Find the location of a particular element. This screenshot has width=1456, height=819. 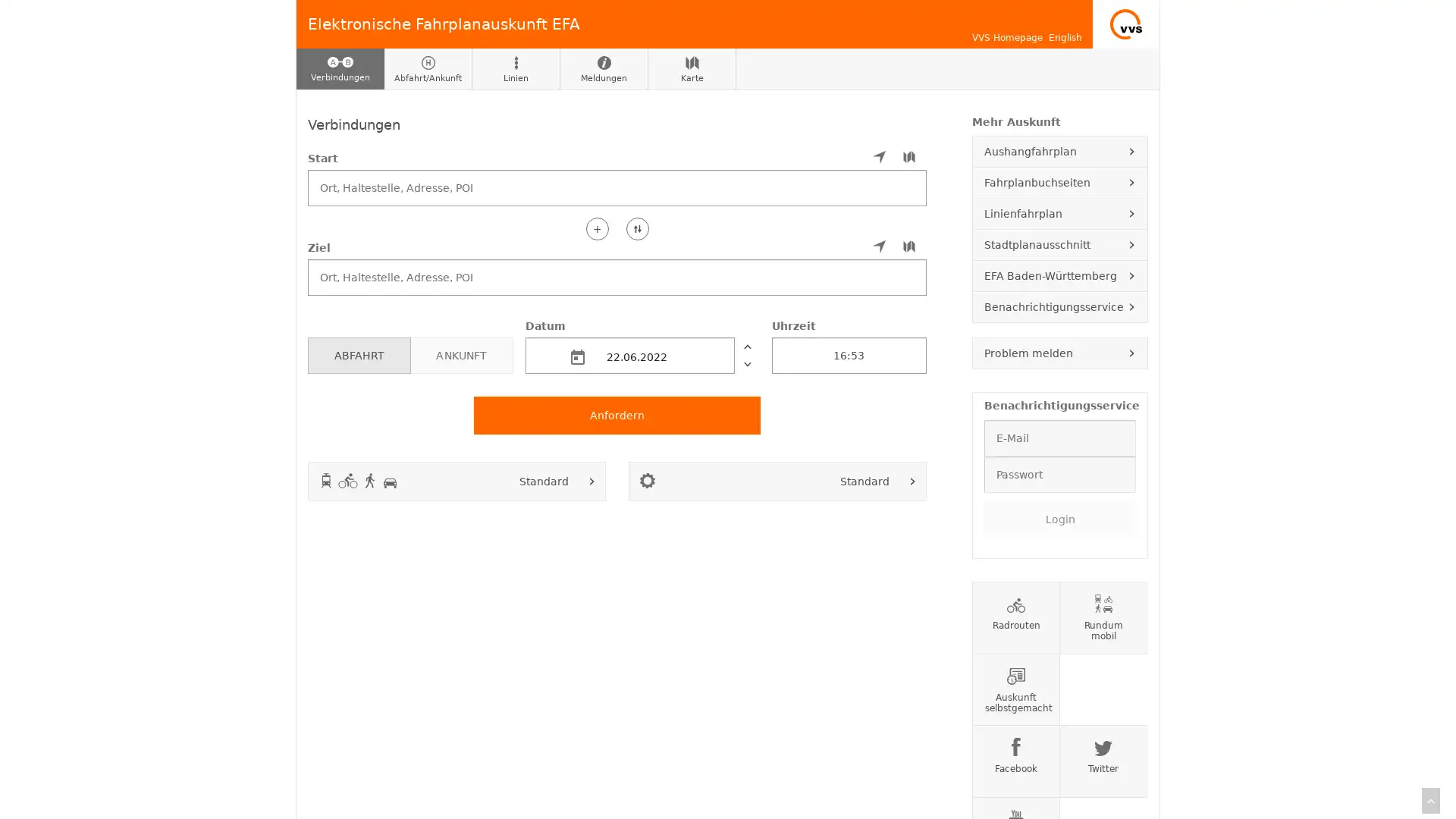

Start und Ziel tauschen is located at coordinates (637, 227).